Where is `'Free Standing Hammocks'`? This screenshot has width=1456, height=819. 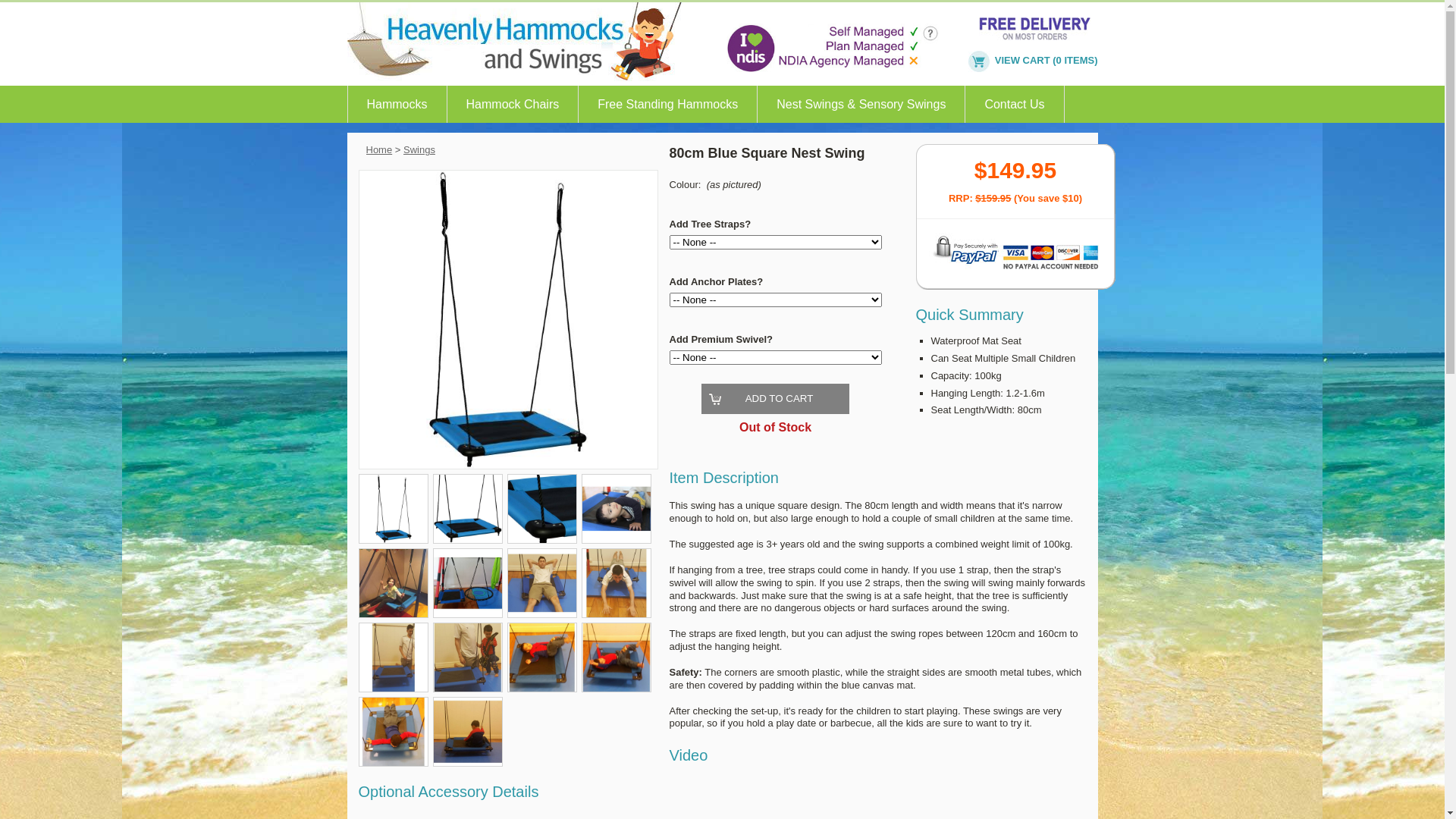
'Free Standing Hammocks' is located at coordinates (667, 103).